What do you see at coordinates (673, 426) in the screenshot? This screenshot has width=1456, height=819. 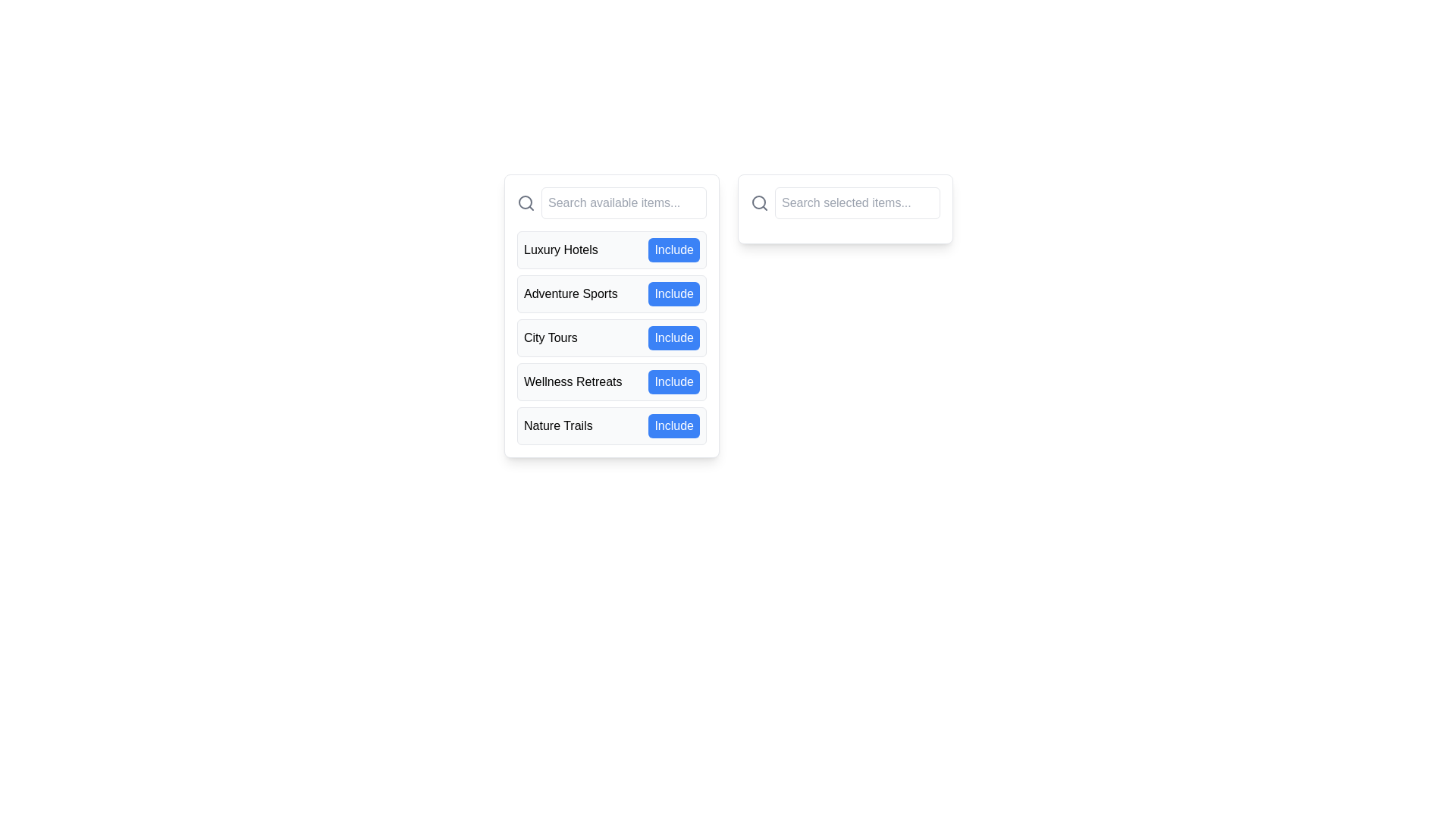 I see `the medium-sized blue button labeled 'Include' located to the right of 'Nature Trails' in the fifth row of the vertical list` at bounding box center [673, 426].